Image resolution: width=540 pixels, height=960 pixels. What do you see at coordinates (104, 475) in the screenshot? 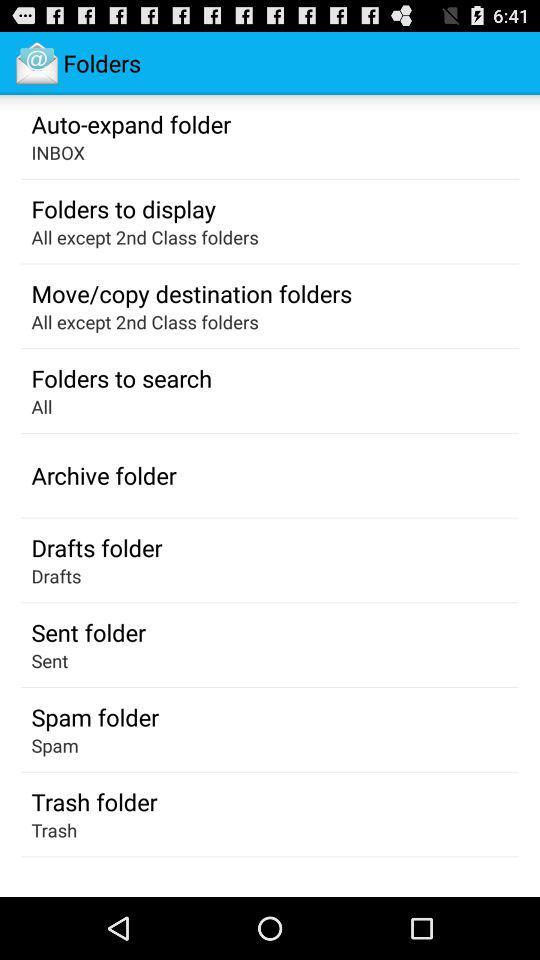
I see `archive folder` at bounding box center [104, 475].